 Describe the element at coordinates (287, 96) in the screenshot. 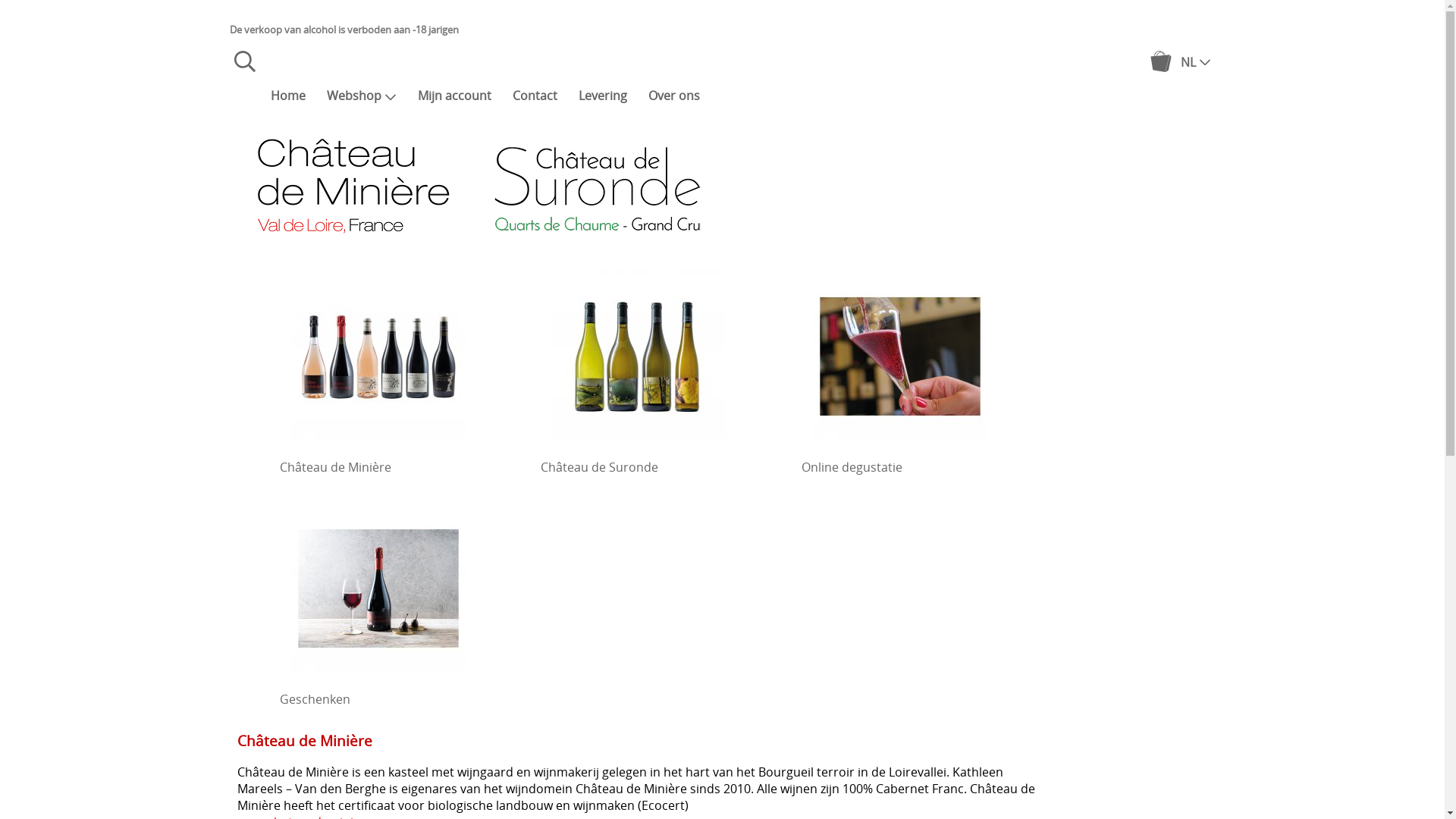

I see `'Home'` at that location.